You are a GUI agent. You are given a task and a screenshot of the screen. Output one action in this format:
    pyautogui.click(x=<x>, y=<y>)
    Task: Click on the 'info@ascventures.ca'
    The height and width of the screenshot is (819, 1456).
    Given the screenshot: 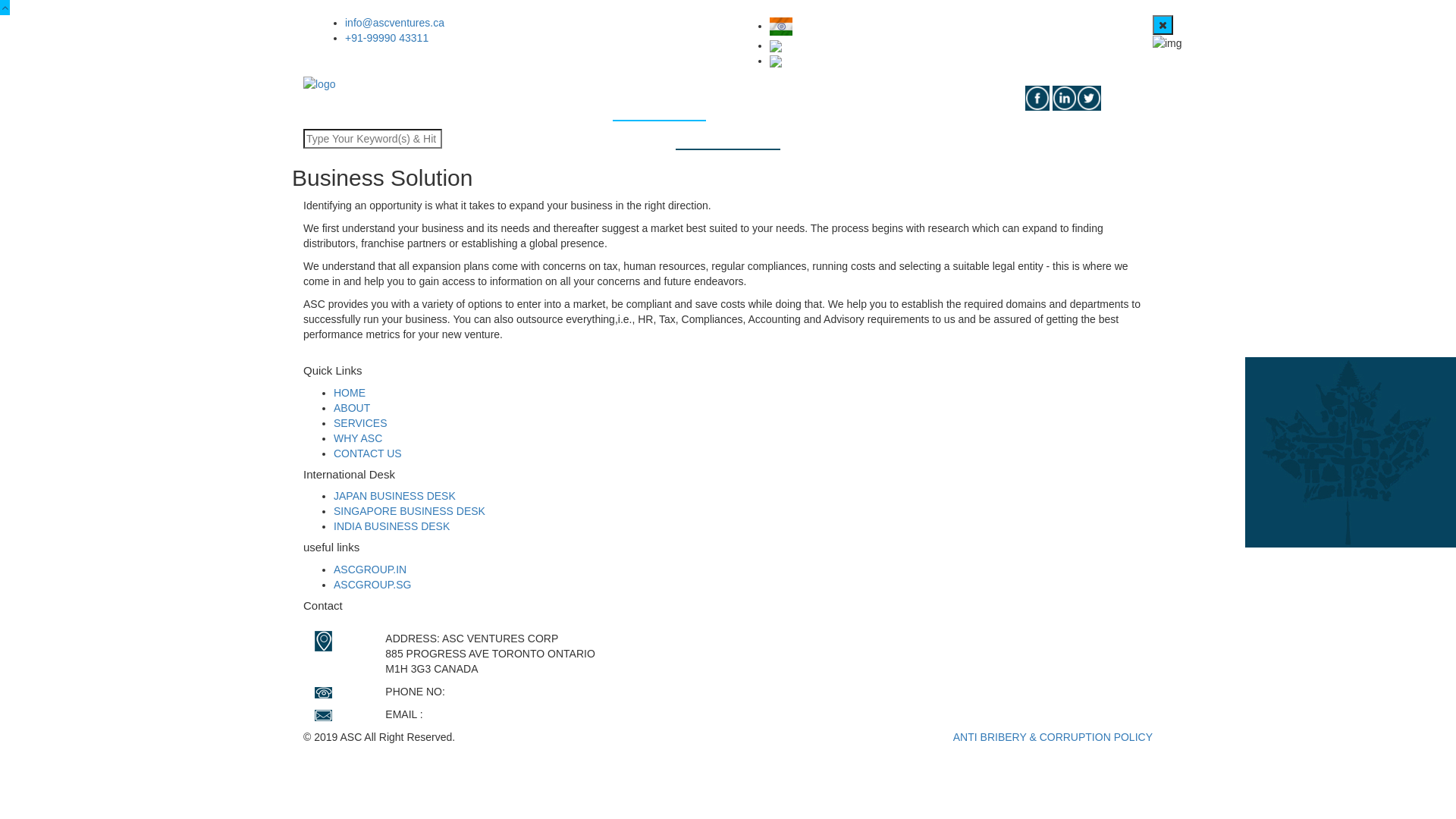 What is the action you would take?
    pyautogui.click(x=344, y=23)
    